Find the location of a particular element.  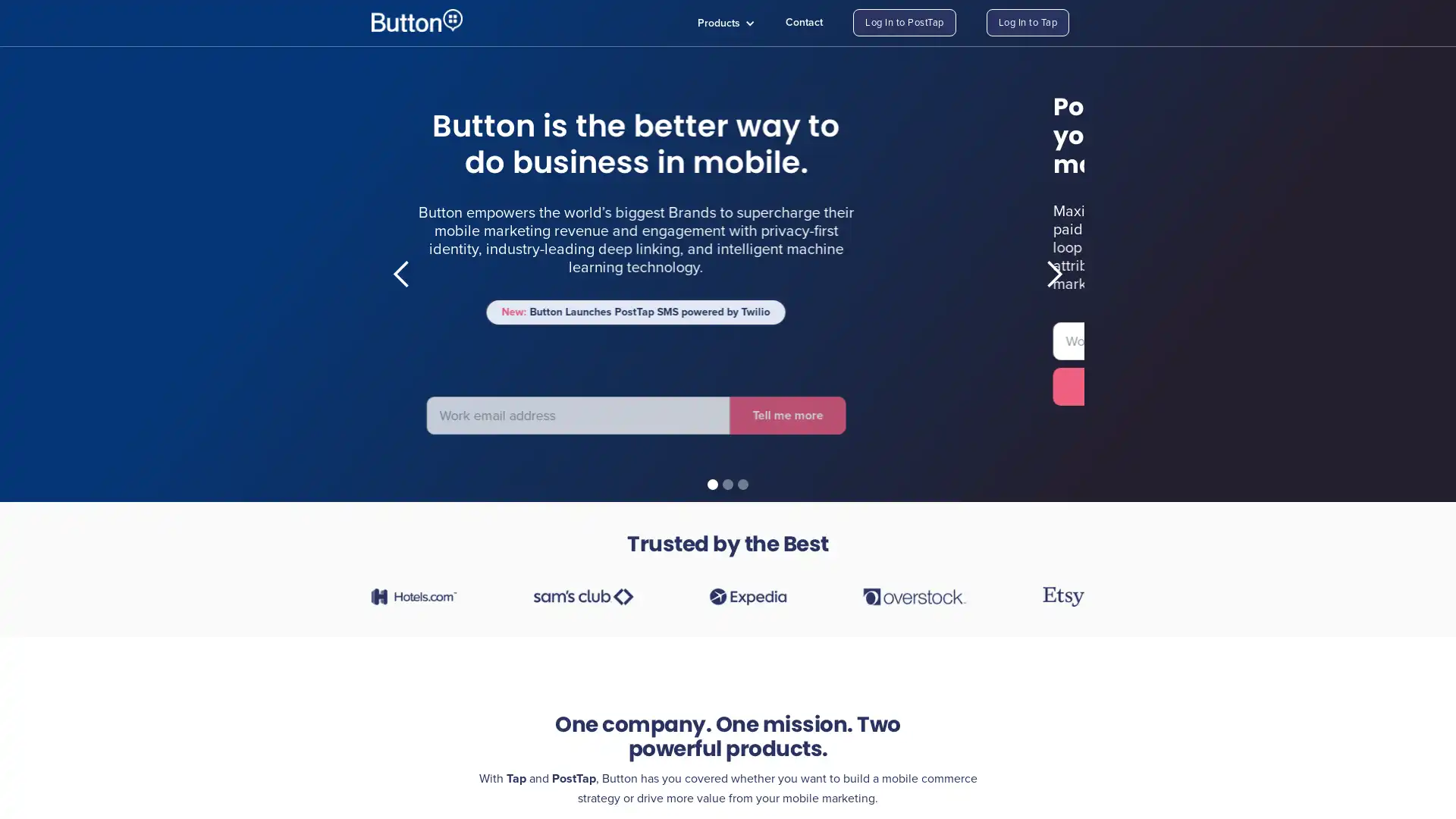

Show slide 1 of 3 is located at coordinates (712, 485).